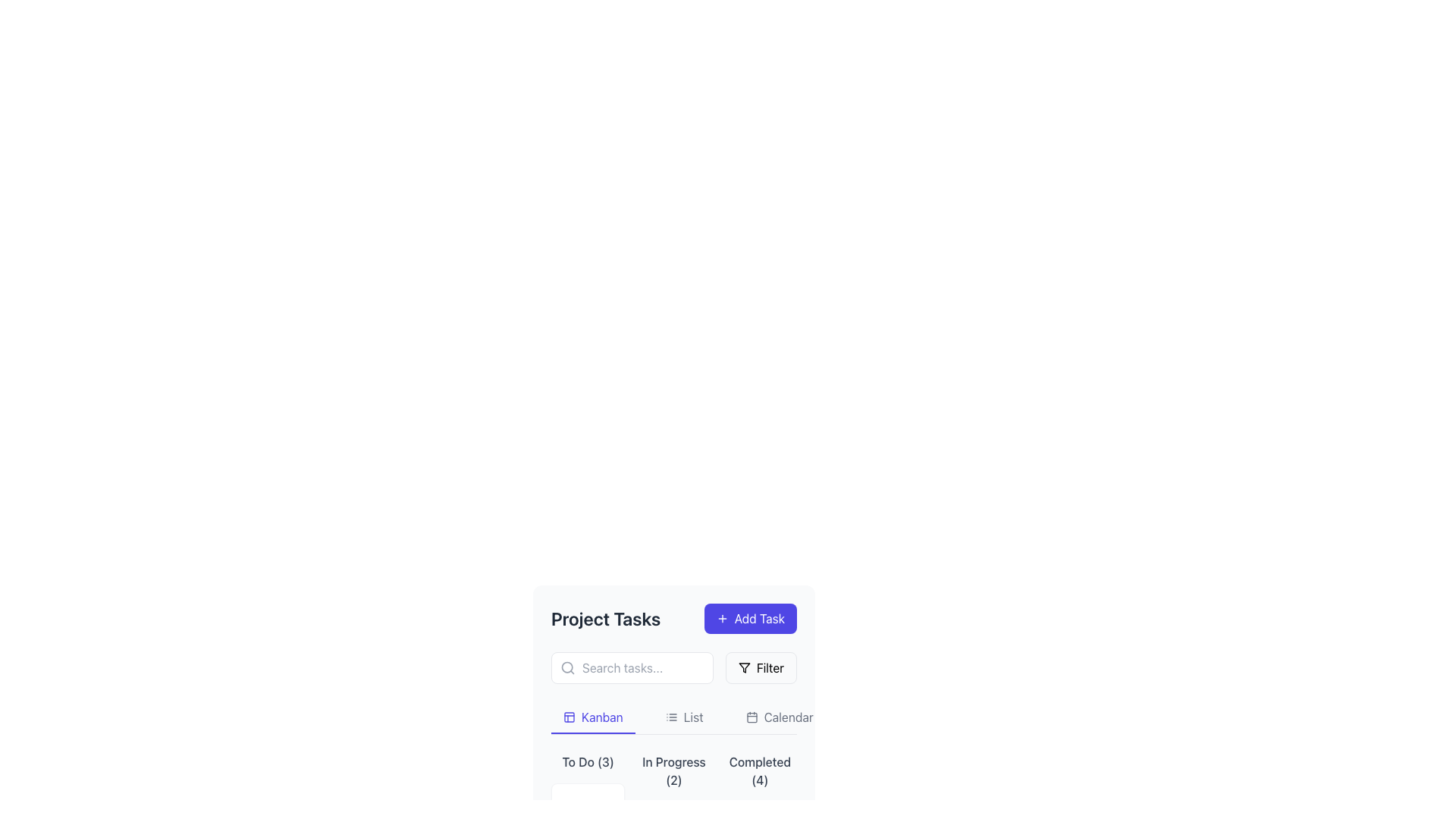  Describe the element at coordinates (566, 667) in the screenshot. I see `the search icon located to the left of the 'Search tasks...' text box, which indicates the search feature` at that location.